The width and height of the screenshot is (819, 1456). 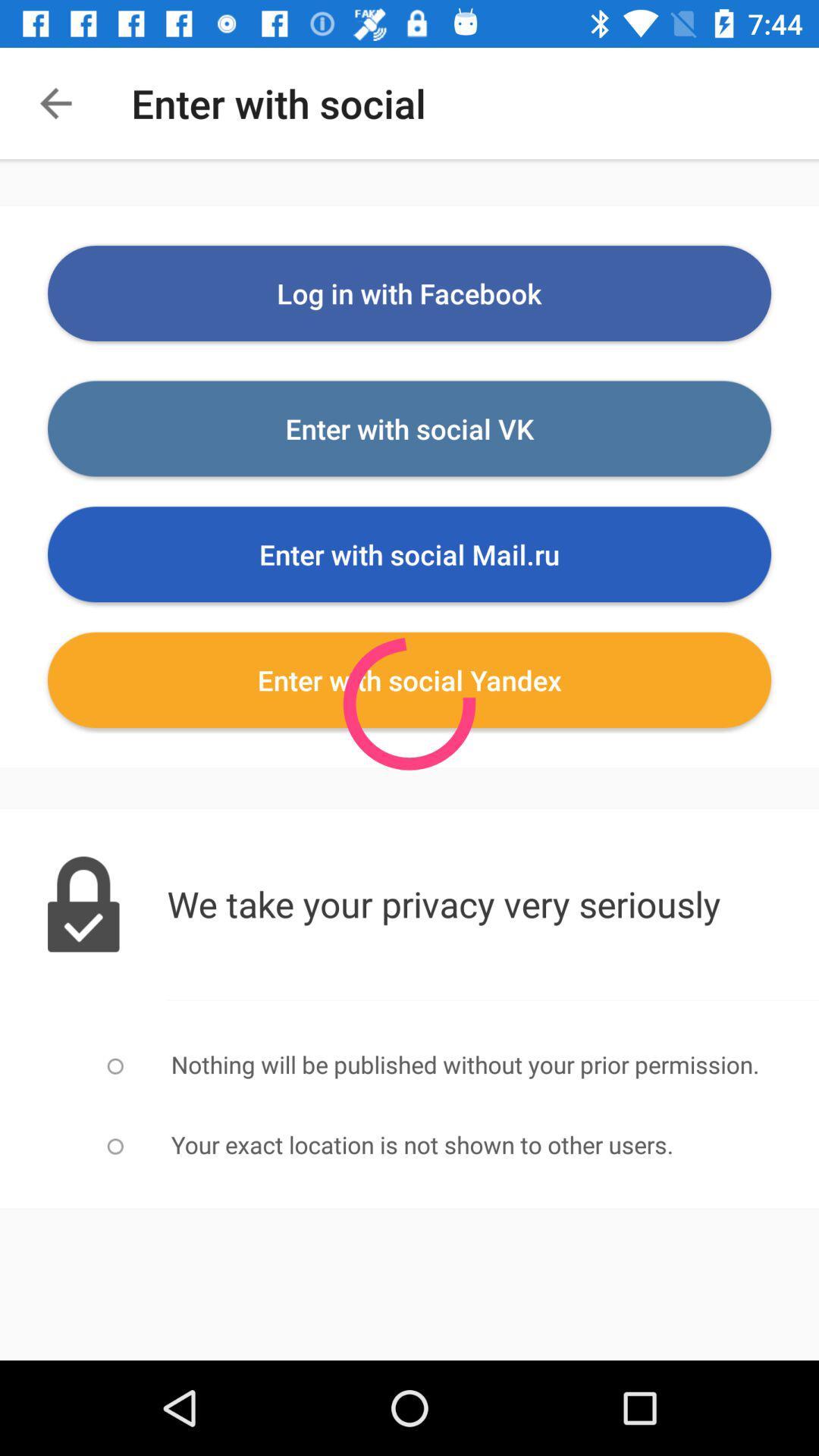 I want to click on the icon to the left of the enter with social, so click(x=55, y=102).